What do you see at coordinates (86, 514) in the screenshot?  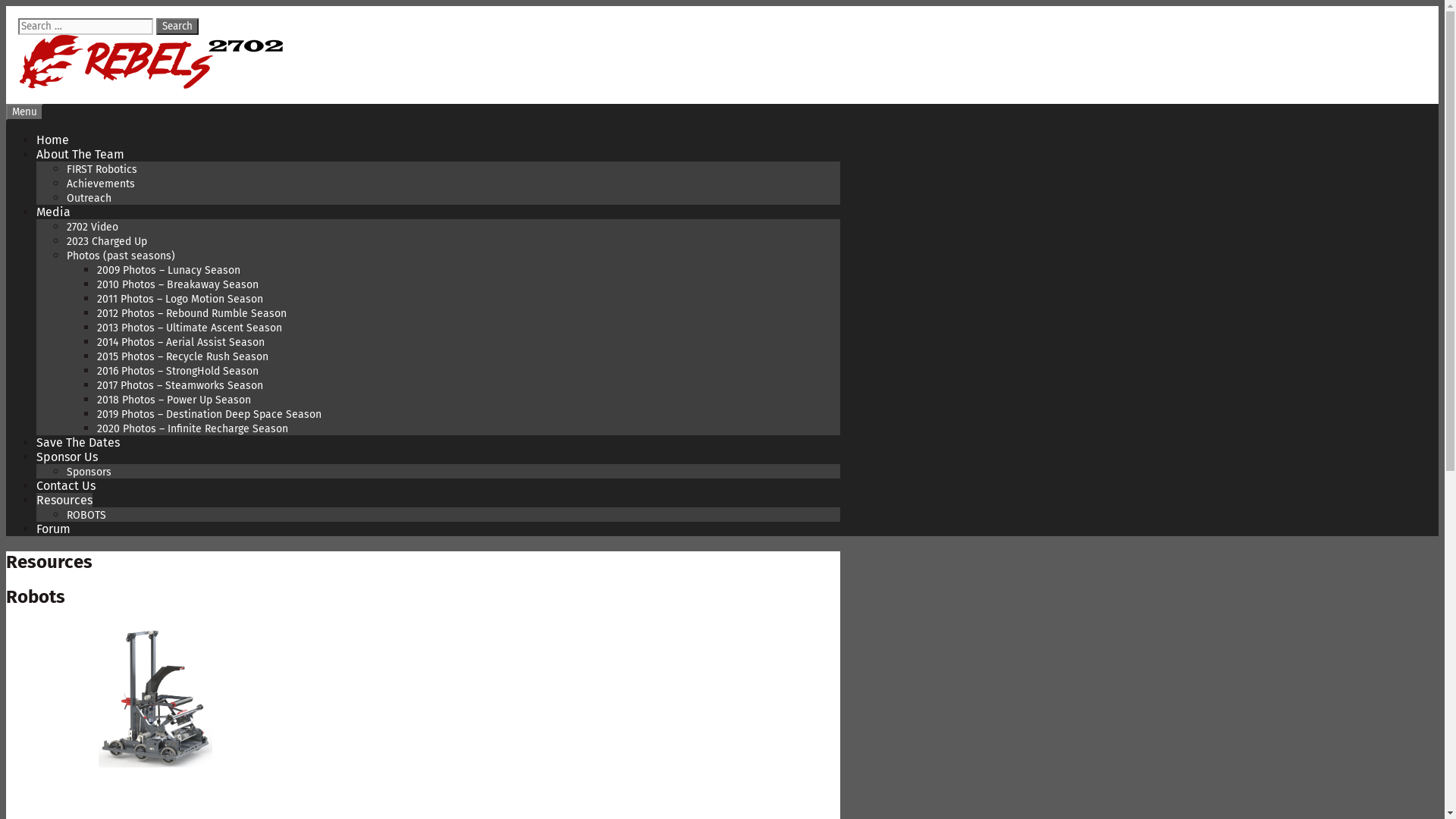 I see `'ROBOTS'` at bounding box center [86, 514].